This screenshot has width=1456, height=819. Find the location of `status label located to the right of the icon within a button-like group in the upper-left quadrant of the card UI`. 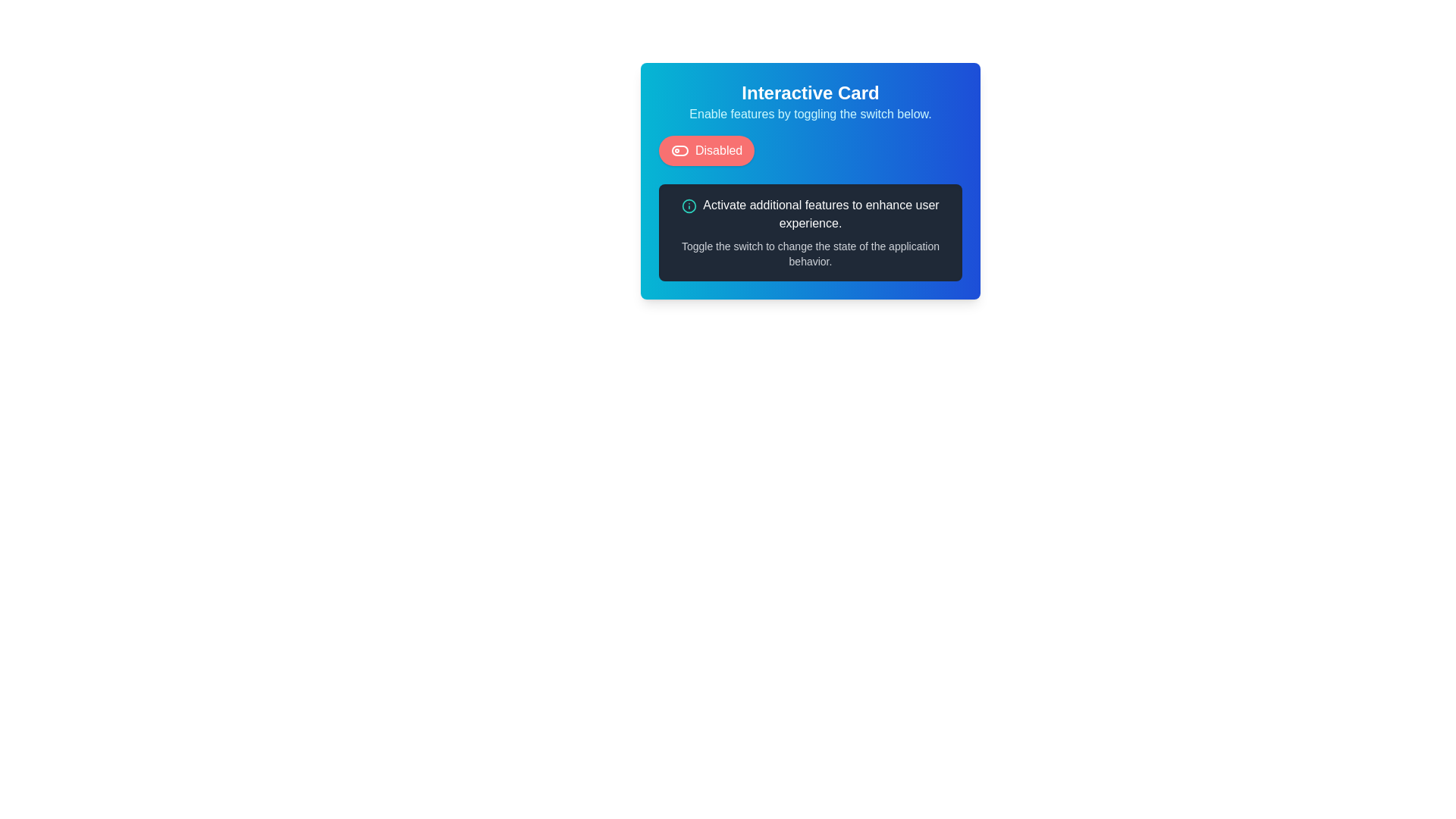

status label located to the right of the icon within a button-like group in the upper-left quadrant of the card UI is located at coordinates (718, 151).